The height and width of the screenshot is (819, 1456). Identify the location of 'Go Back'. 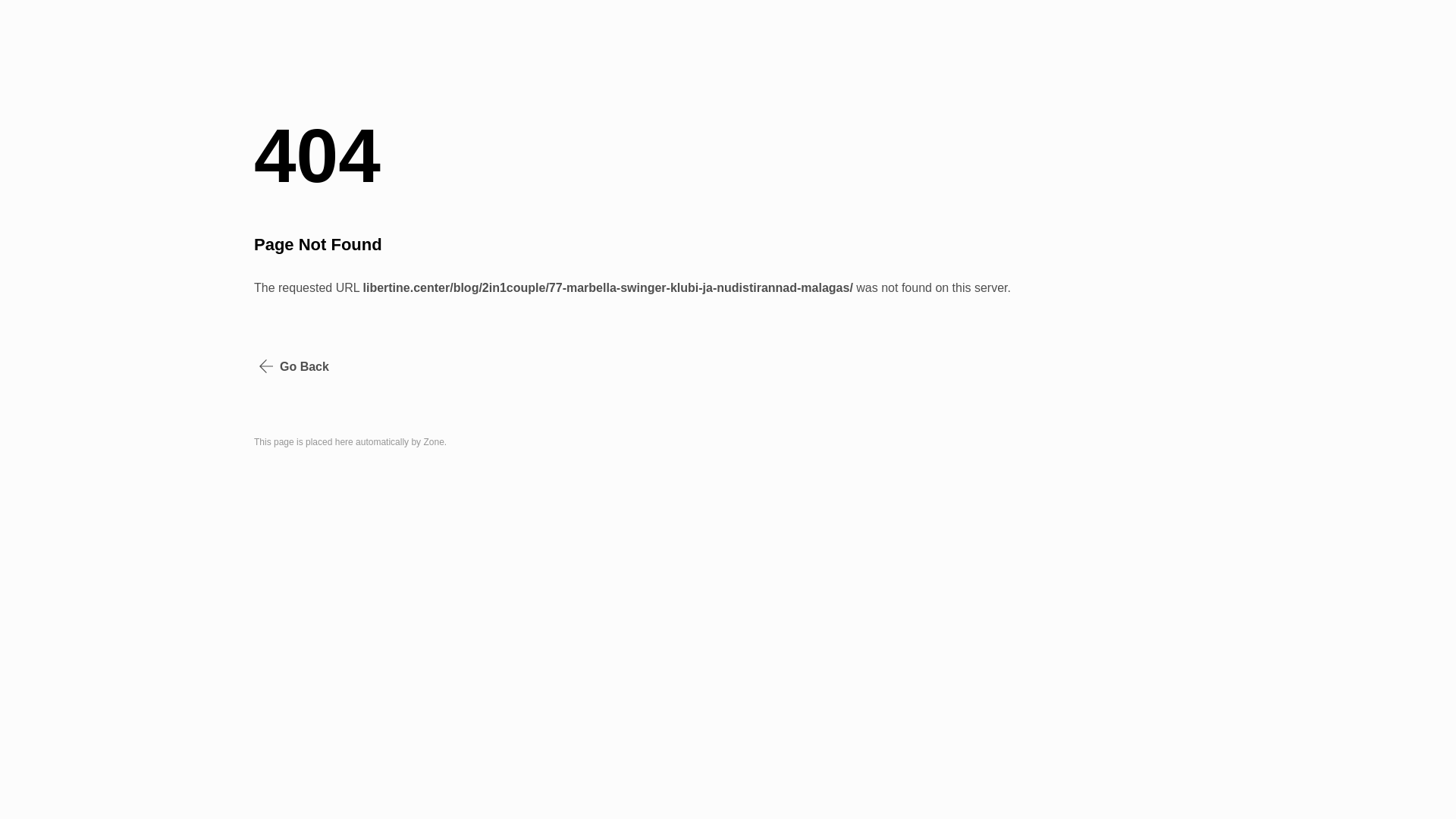
(254, 366).